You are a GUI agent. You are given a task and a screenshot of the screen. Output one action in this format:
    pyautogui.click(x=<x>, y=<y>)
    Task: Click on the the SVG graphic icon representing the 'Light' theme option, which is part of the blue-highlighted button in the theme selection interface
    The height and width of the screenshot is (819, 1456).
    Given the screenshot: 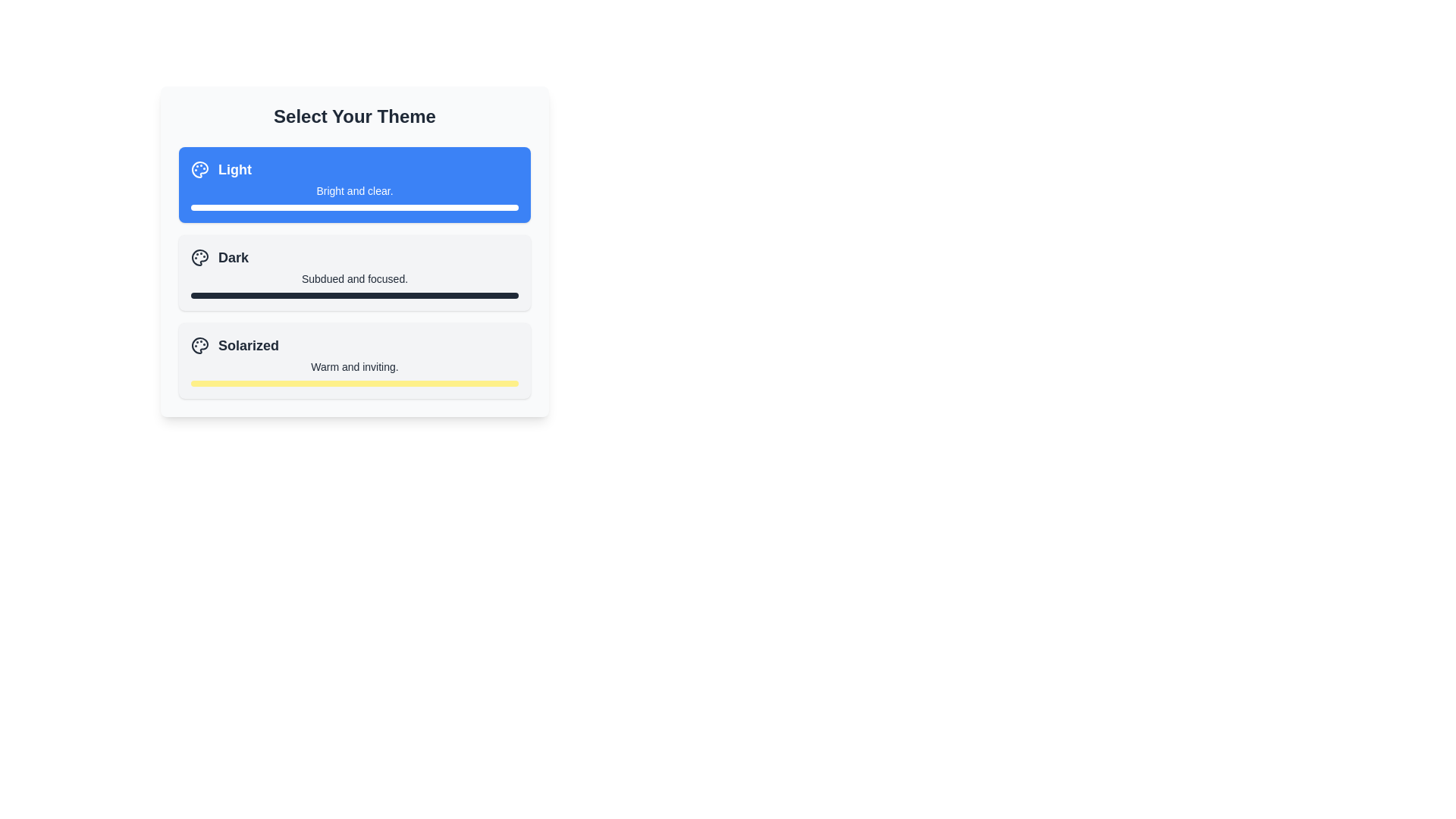 What is the action you would take?
    pyautogui.click(x=199, y=169)
    